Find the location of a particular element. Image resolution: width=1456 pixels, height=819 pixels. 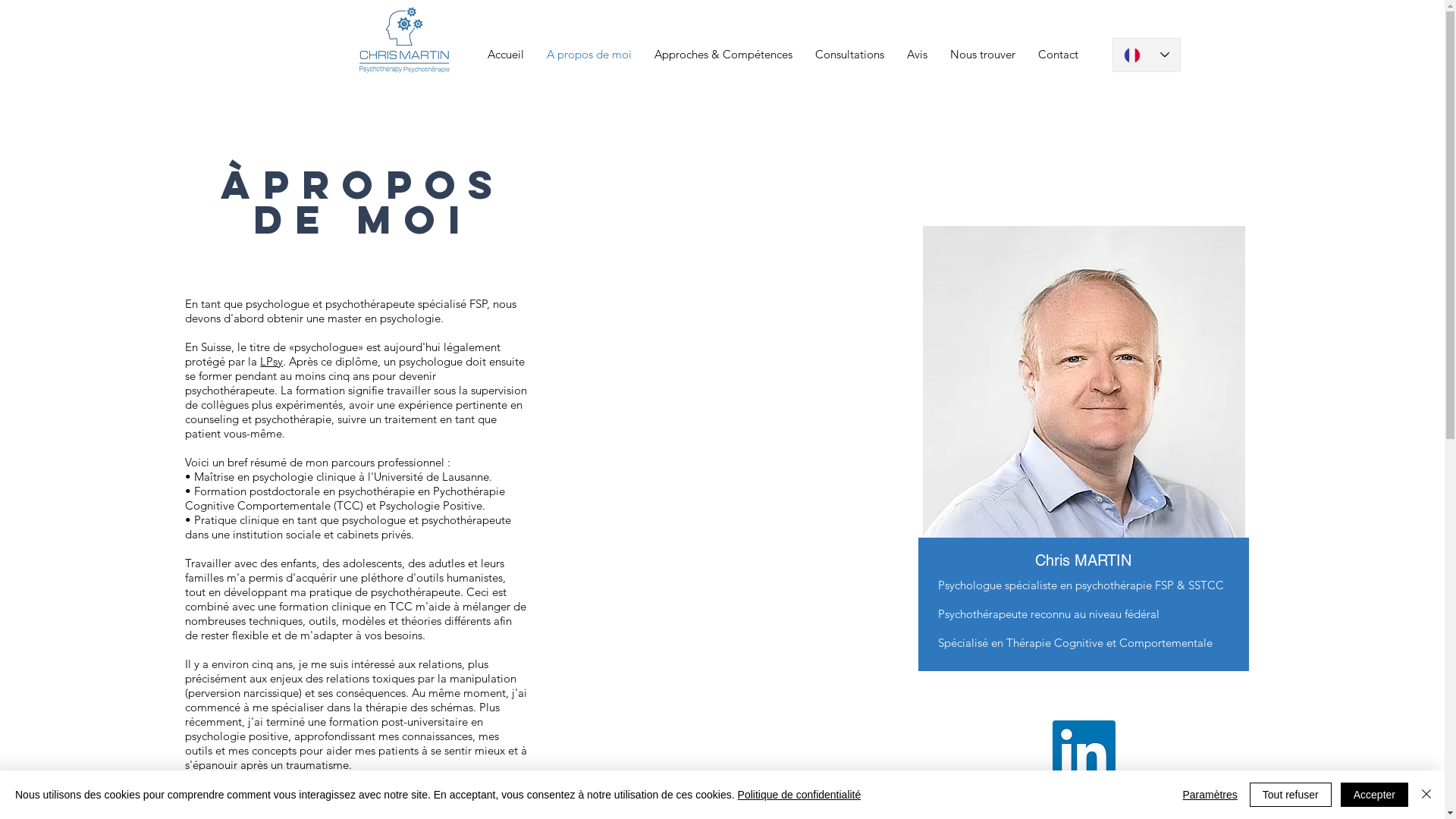

'Contact' is located at coordinates (1026, 54).